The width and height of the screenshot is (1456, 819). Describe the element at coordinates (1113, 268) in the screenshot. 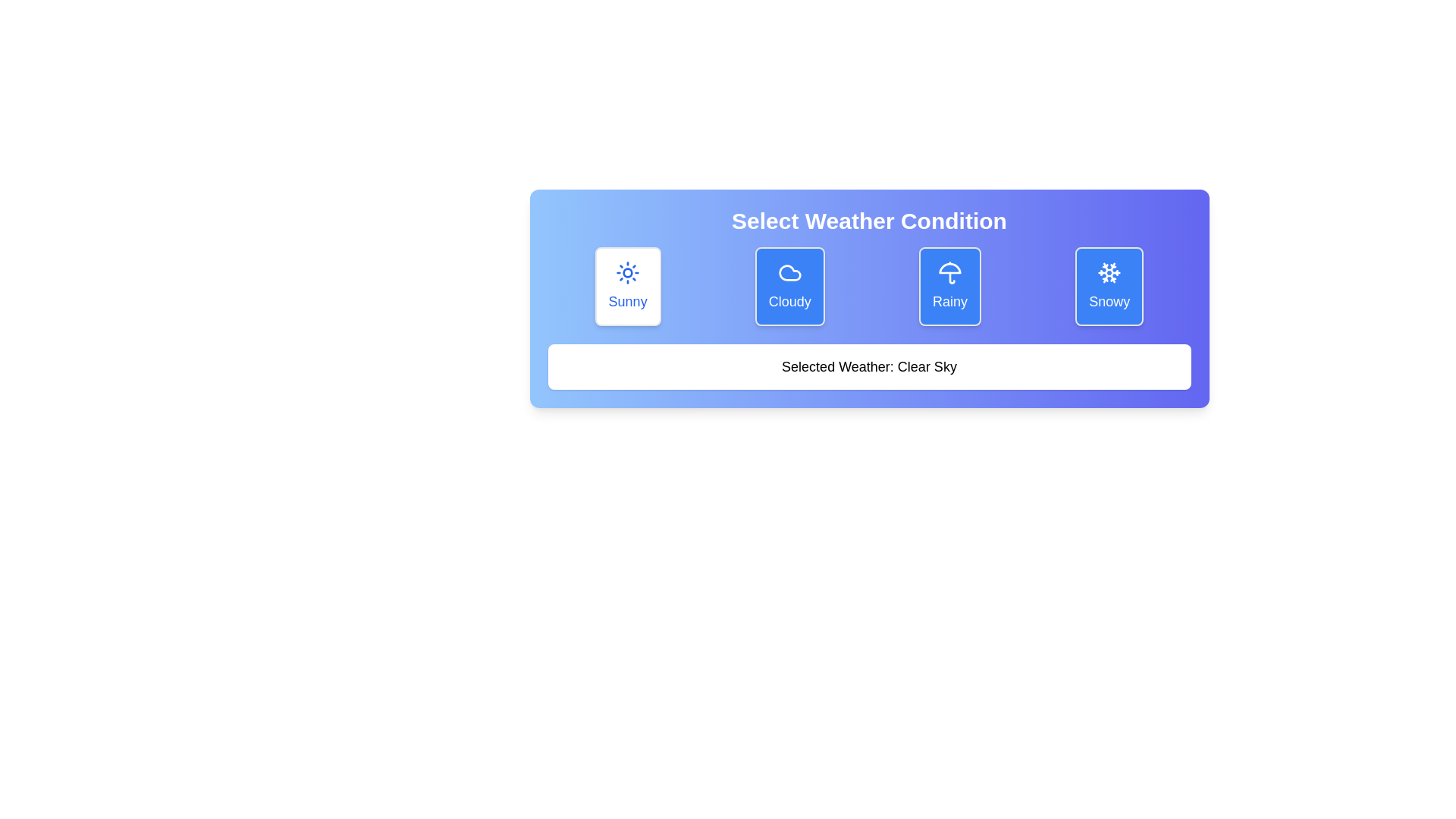

I see `the 'Snowy' icon within the 'Select Weather Condition' card` at that location.